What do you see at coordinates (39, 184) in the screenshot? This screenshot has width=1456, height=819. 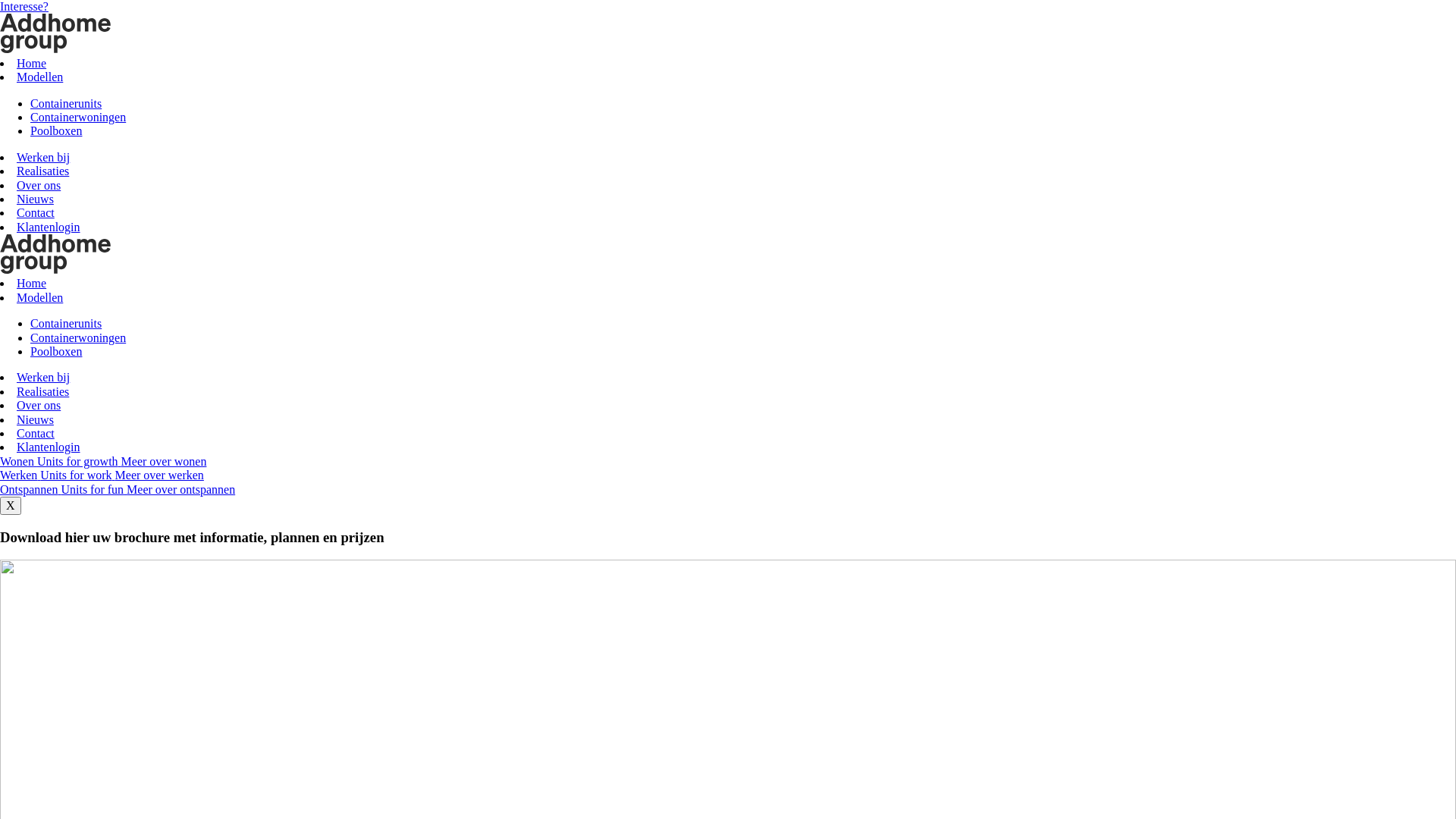 I see `'Over ons'` at bounding box center [39, 184].